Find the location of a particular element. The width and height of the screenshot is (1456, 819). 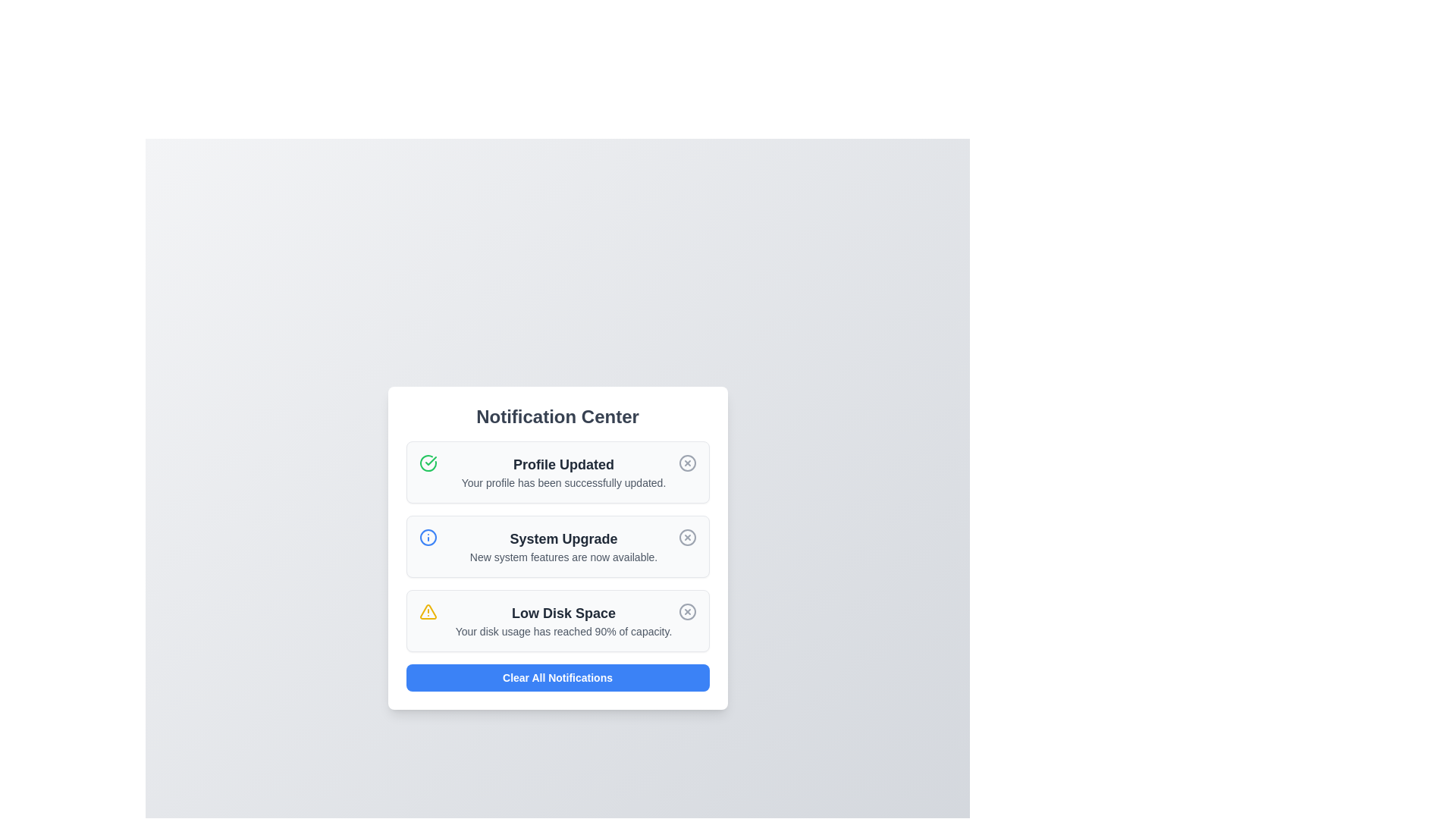

the close button located at the top-right corner of the 'Profile Updated' notification is located at coordinates (686, 462).